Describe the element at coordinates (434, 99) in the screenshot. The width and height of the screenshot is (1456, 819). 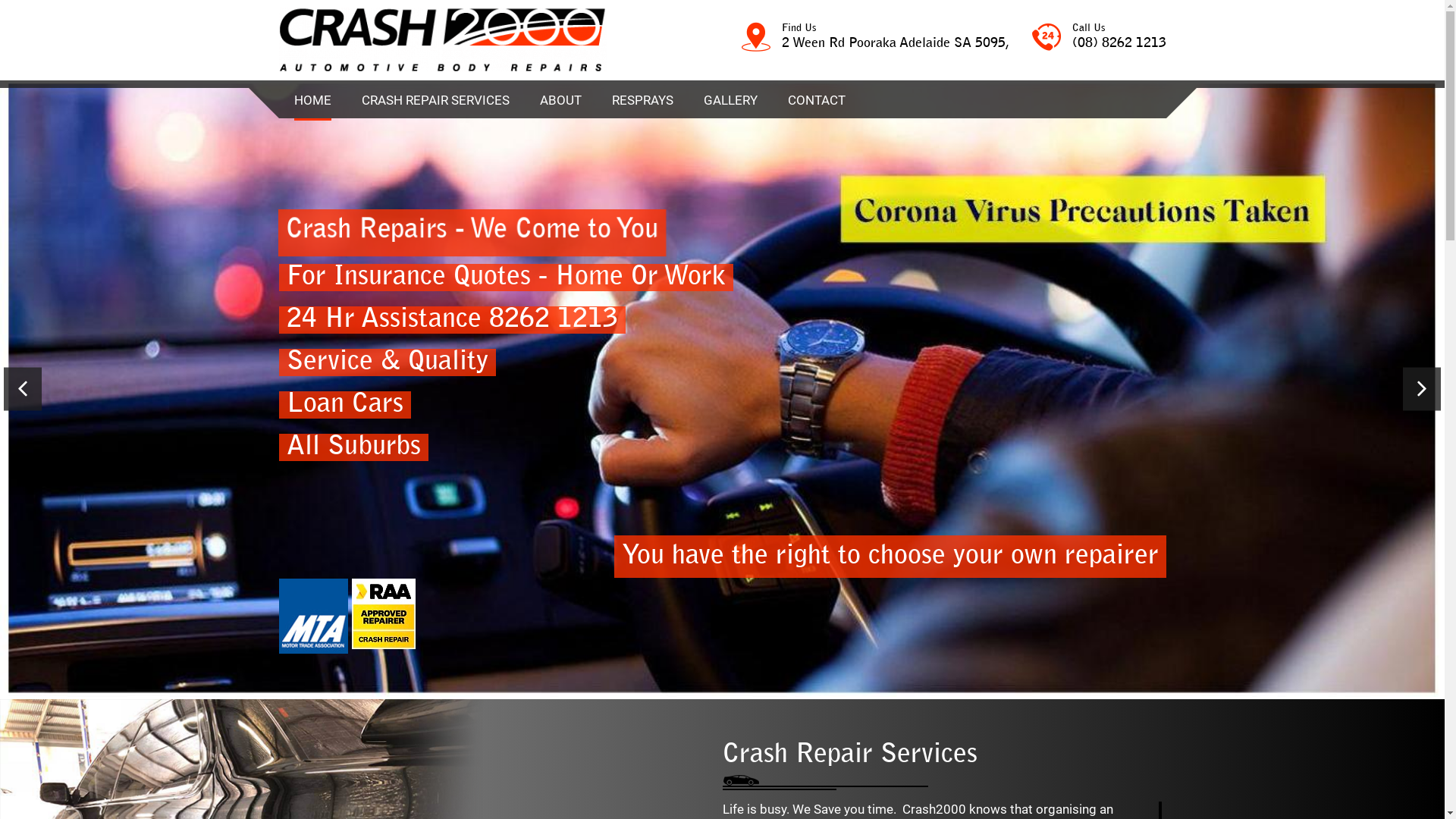
I see `'CRASH REPAIR SERVICES'` at that location.